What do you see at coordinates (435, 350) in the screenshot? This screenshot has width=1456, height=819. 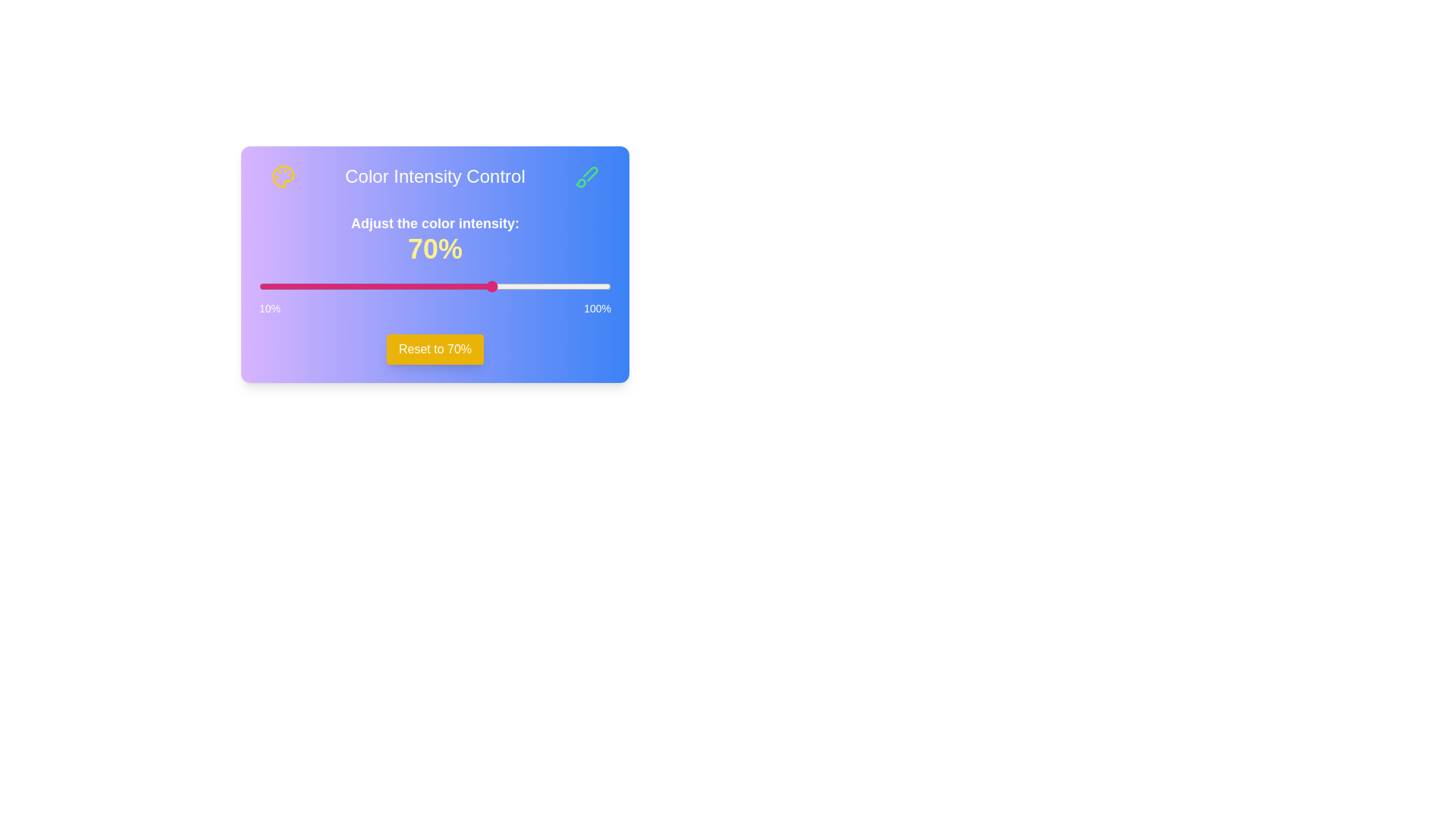 I see `the 'Reset to 70%' button to reset the intensity` at bounding box center [435, 350].